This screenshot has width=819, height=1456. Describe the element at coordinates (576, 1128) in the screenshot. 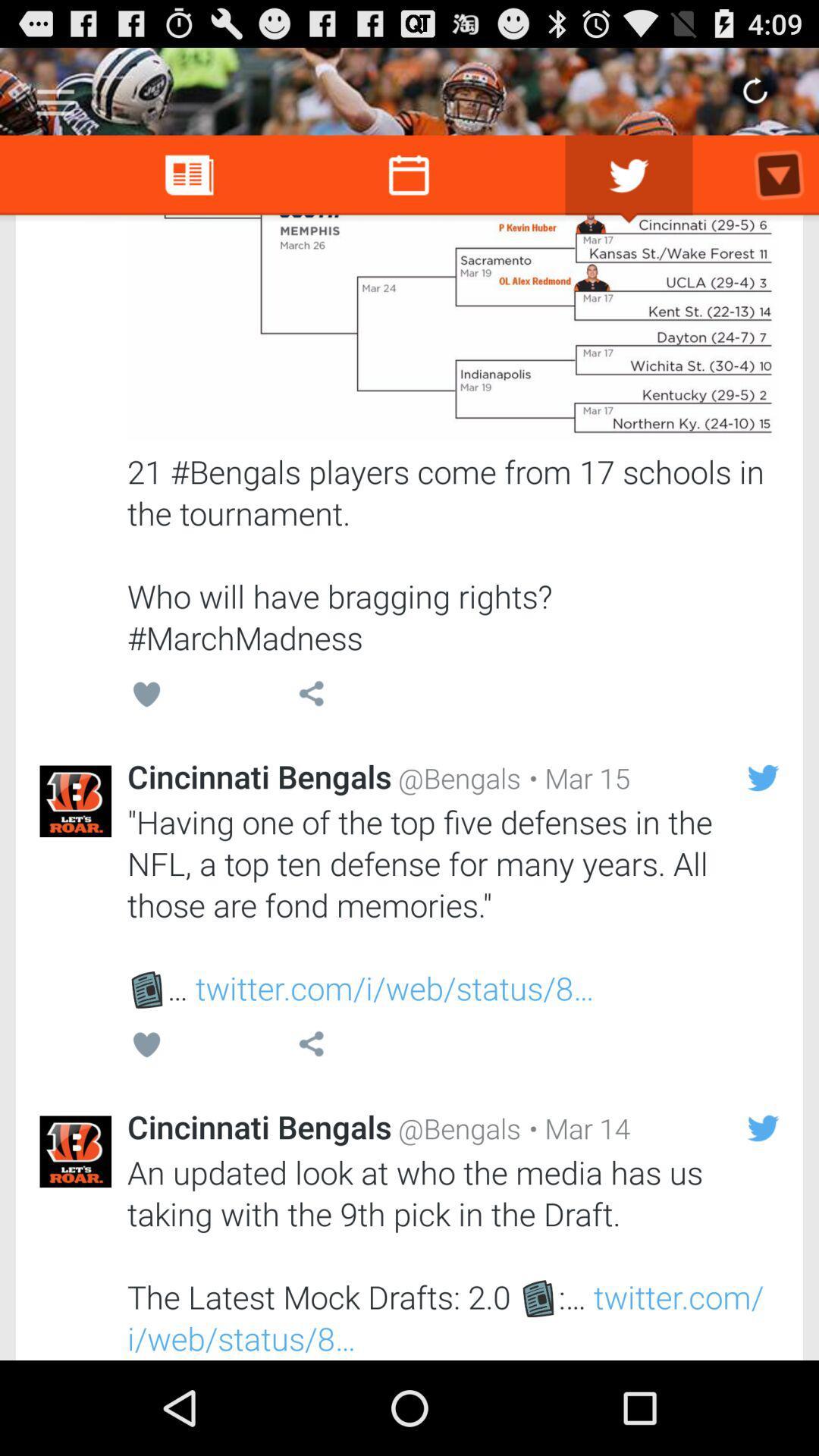

I see `icon below the having one of` at that location.